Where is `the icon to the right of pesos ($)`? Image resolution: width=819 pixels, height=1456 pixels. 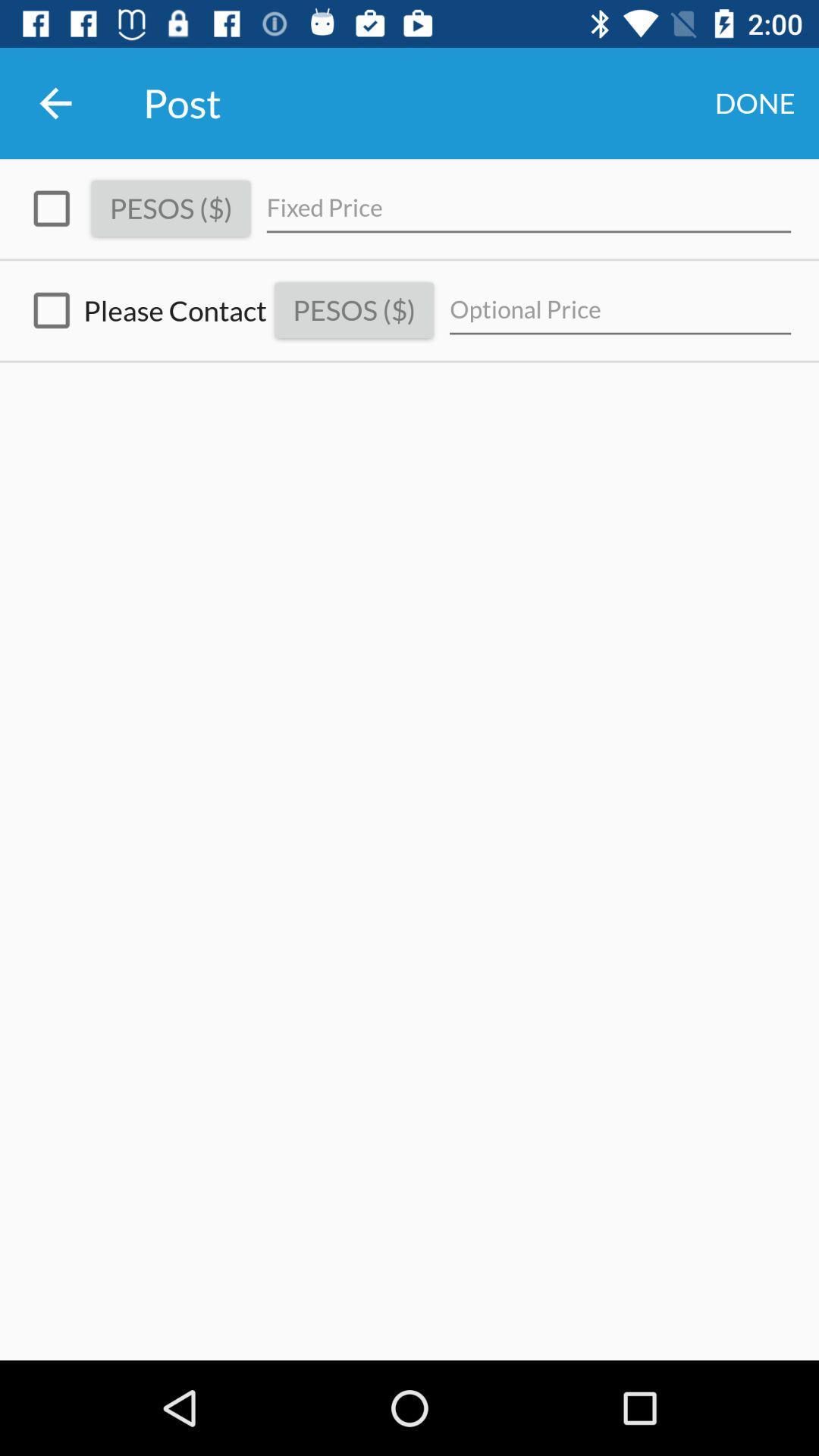 the icon to the right of pesos ($) is located at coordinates (620, 309).